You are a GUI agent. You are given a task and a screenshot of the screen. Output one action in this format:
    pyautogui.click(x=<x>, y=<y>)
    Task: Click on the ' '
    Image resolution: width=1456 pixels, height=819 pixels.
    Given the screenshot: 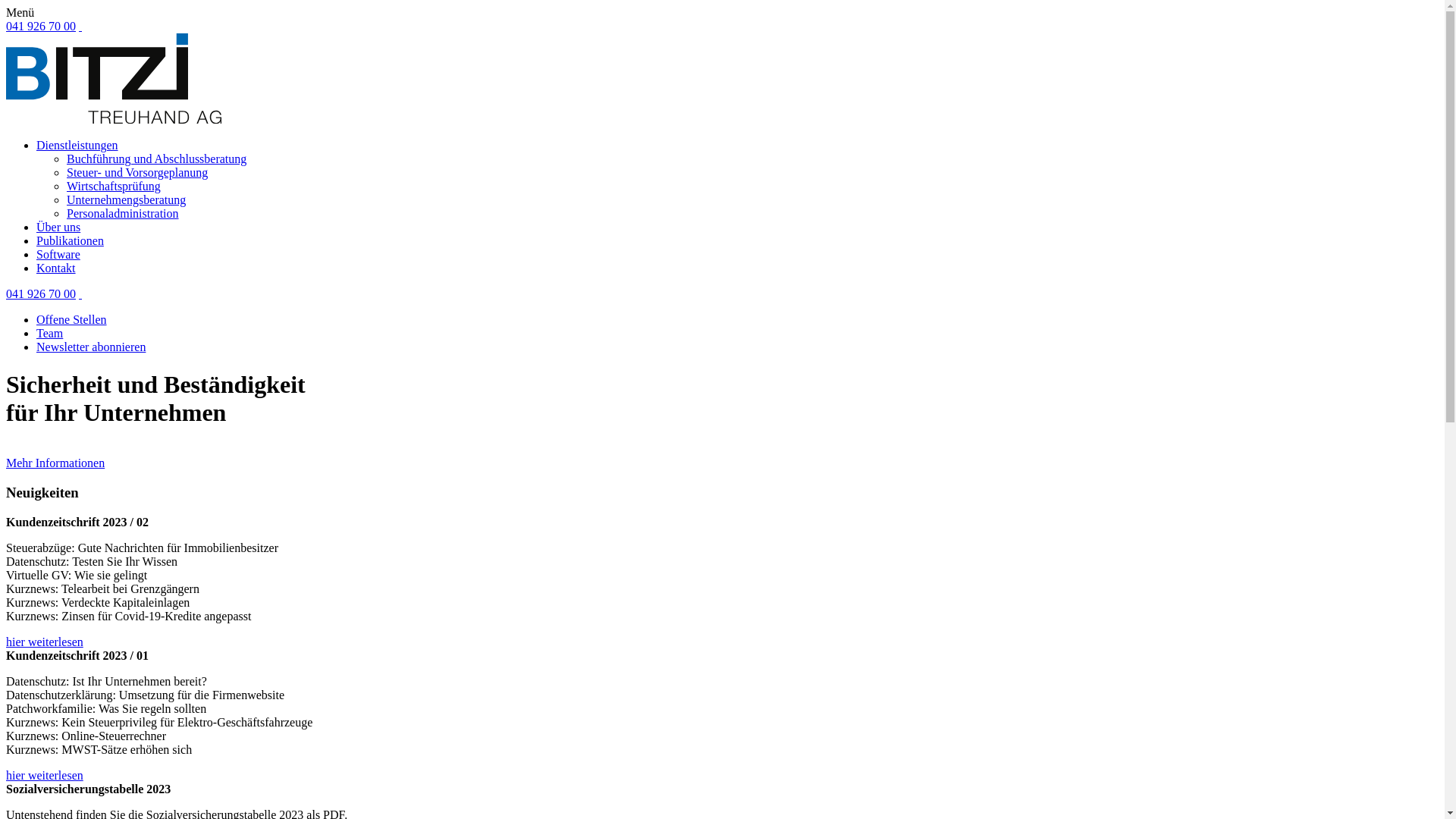 What is the action you would take?
    pyautogui.click(x=79, y=26)
    